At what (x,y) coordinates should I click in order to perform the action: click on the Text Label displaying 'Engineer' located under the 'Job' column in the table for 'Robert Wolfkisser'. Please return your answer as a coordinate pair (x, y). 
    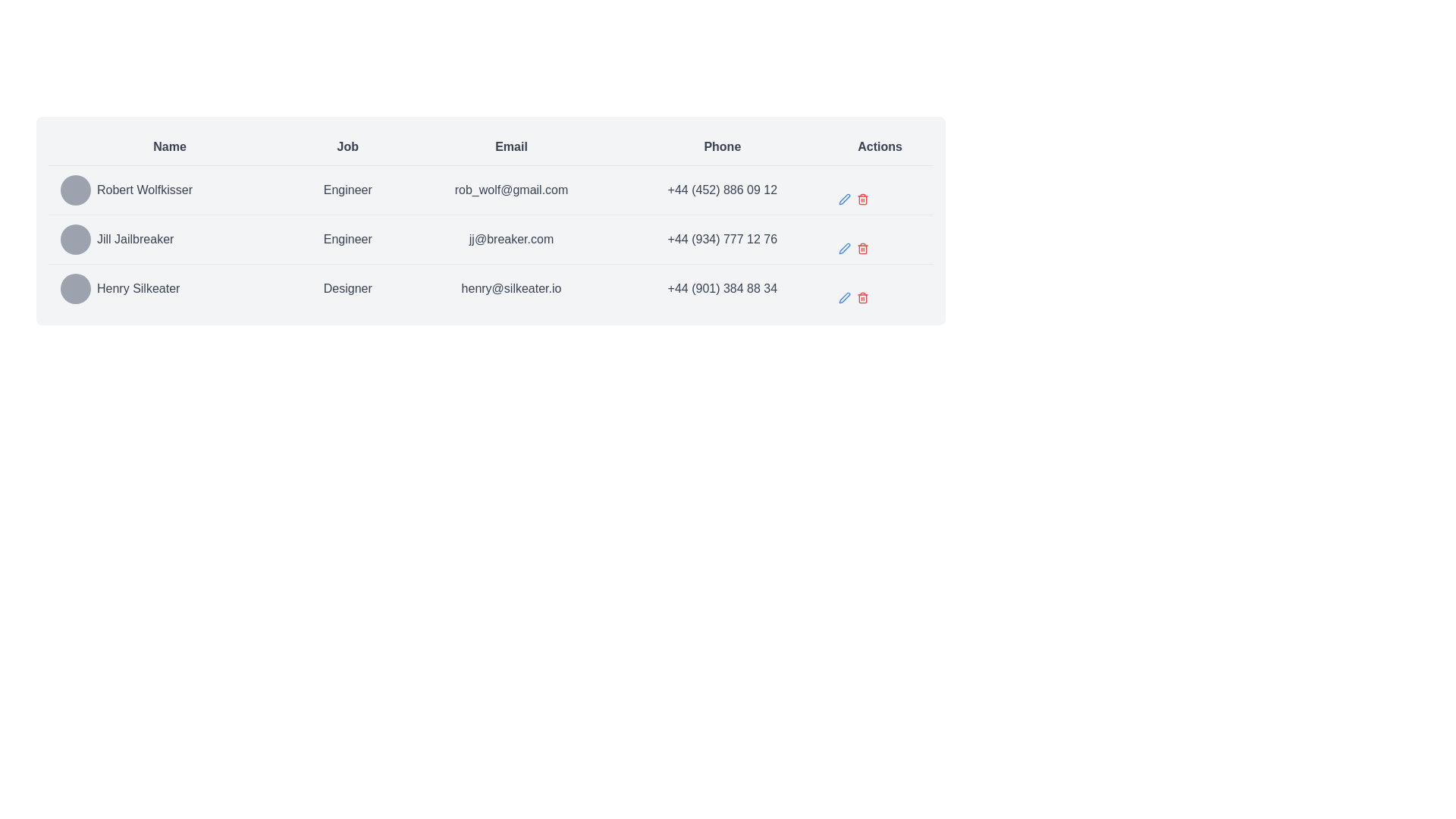
    Looking at the image, I should click on (347, 189).